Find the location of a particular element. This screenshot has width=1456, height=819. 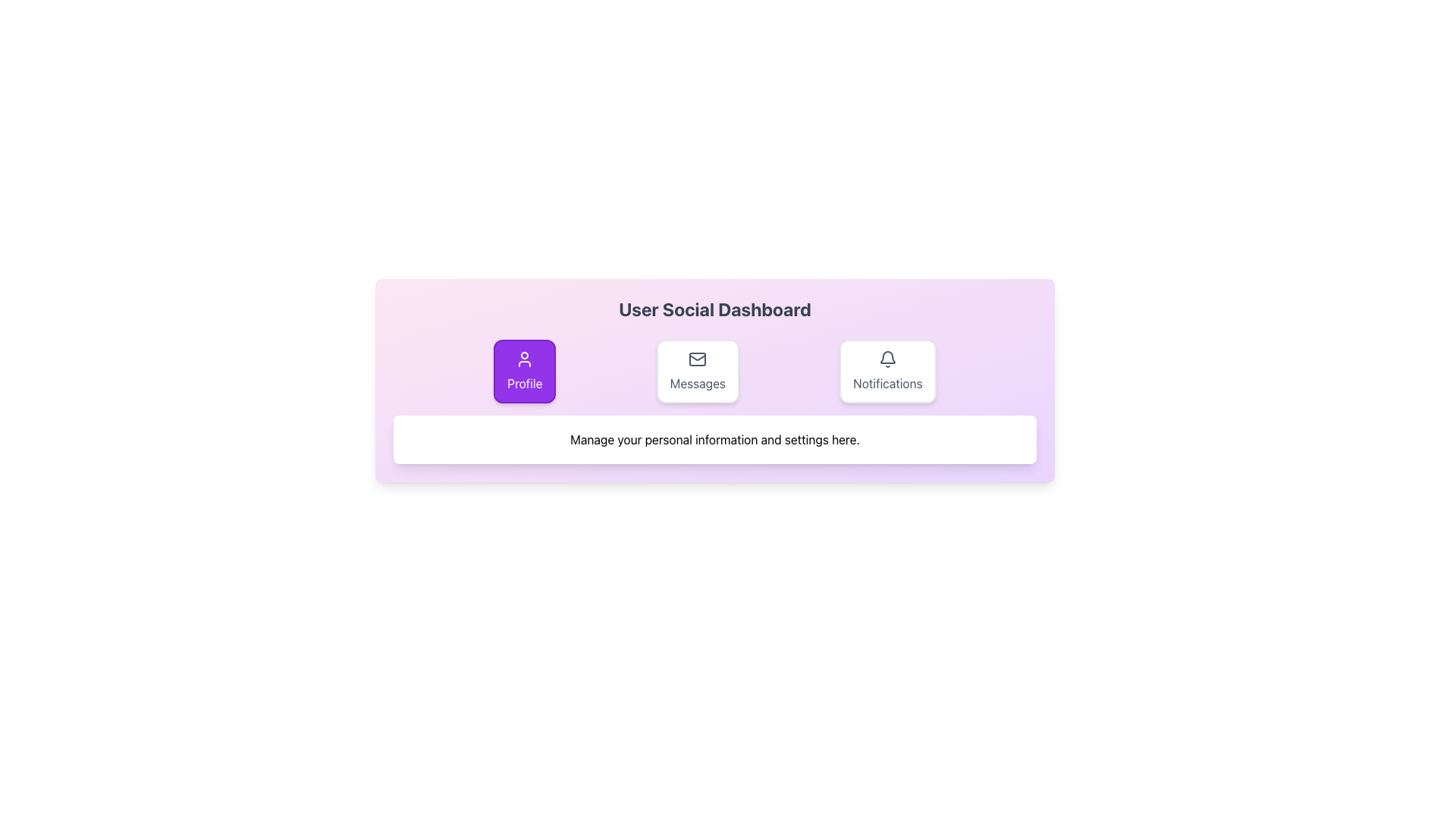

text content of the 'Messages' label, which is displayed in gray sans-serif font, centered within a white rectangular card below the envelope icon is located at coordinates (697, 382).